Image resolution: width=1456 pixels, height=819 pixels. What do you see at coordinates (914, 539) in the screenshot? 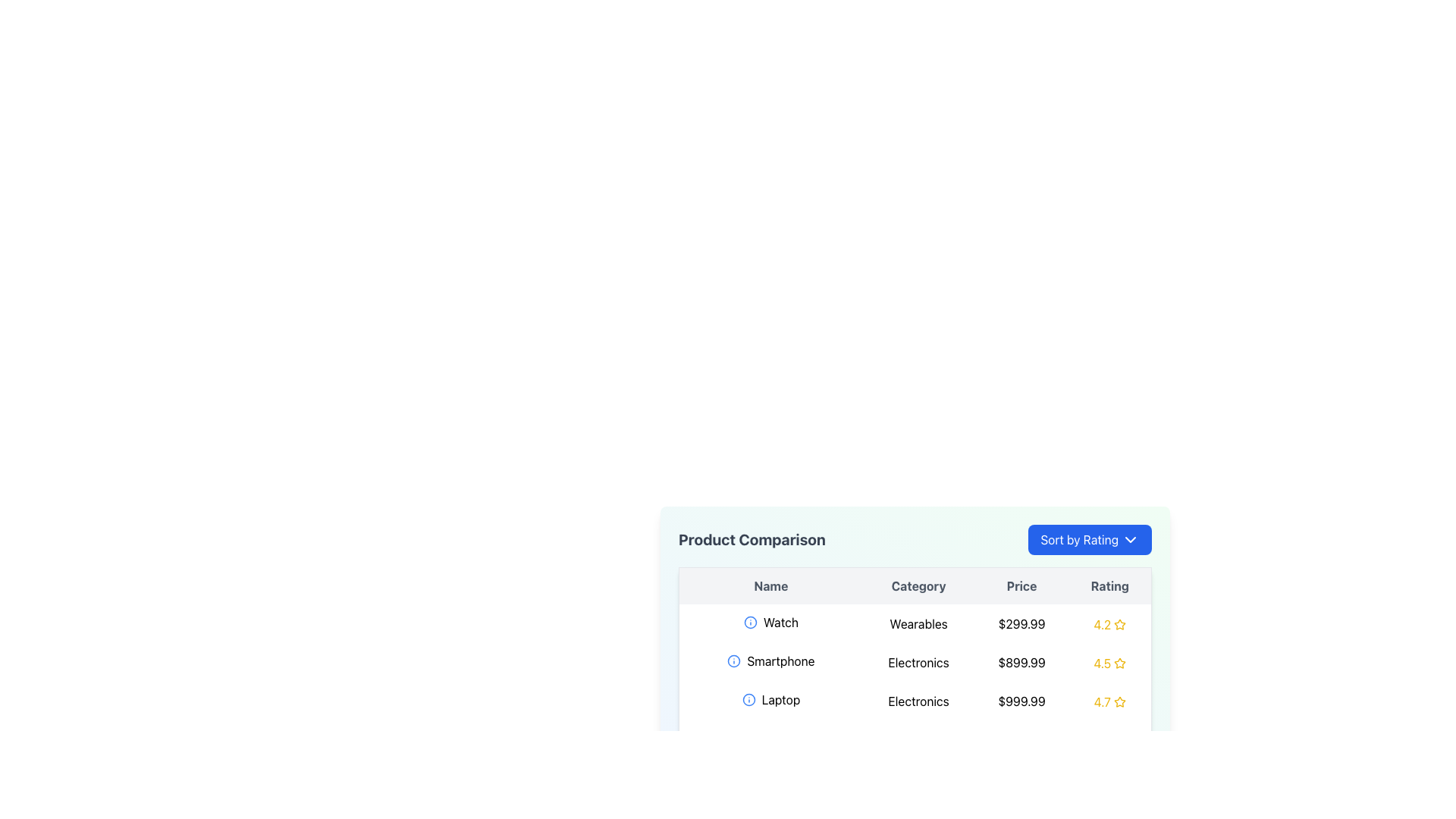
I see `the title 'Product Comparison' which is styled in bold and positioned to the left of the button 'Sort by Rating'` at bounding box center [914, 539].